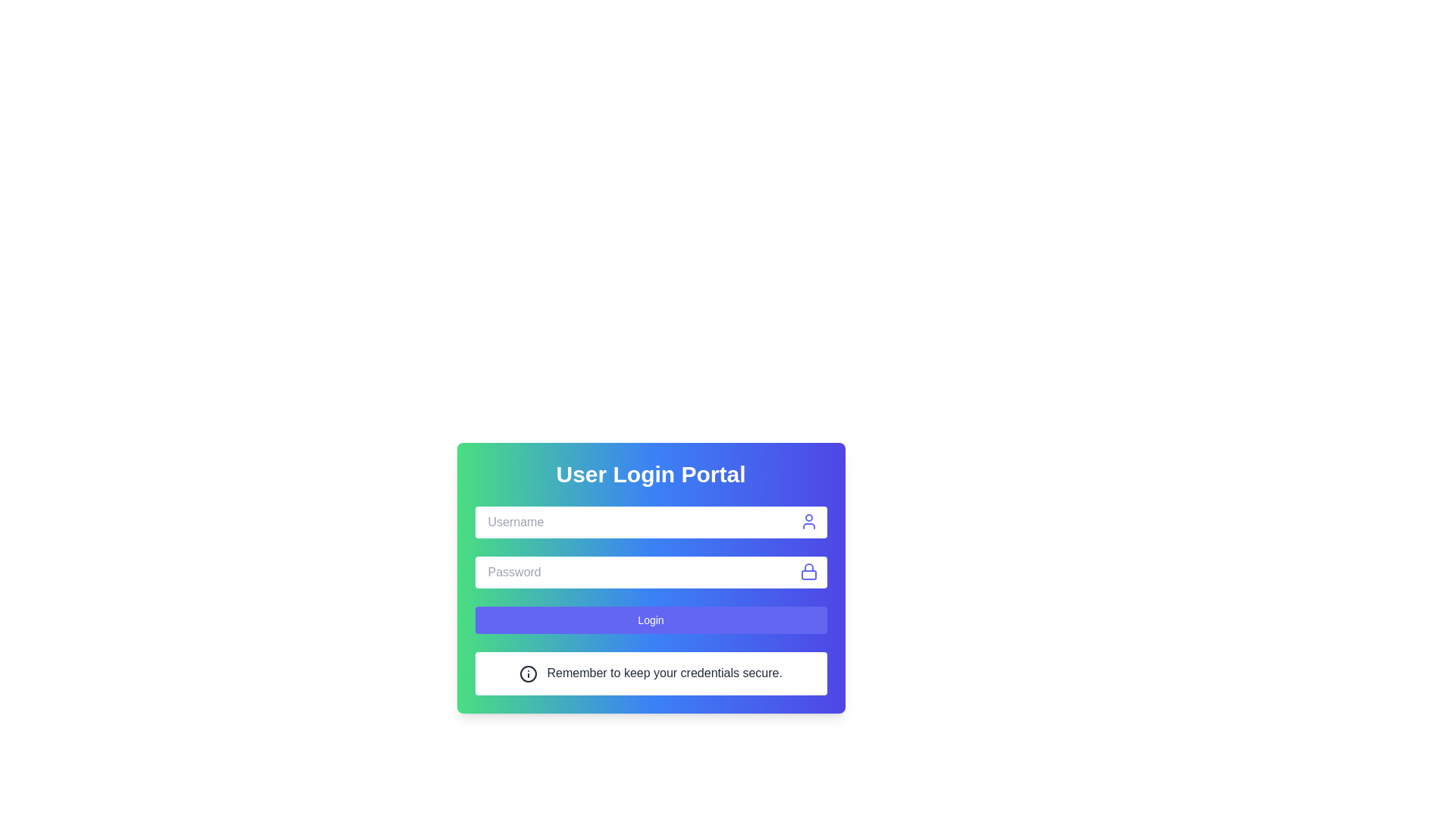 This screenshot has height=819, width=1456. What do you see at coordinates (529, 673) in the screenshot?
I see `the graphical element (circle within an SVG) located to the left of the text line 'Remember to keep your credentials secure.'` at bounding box center [529, 673].